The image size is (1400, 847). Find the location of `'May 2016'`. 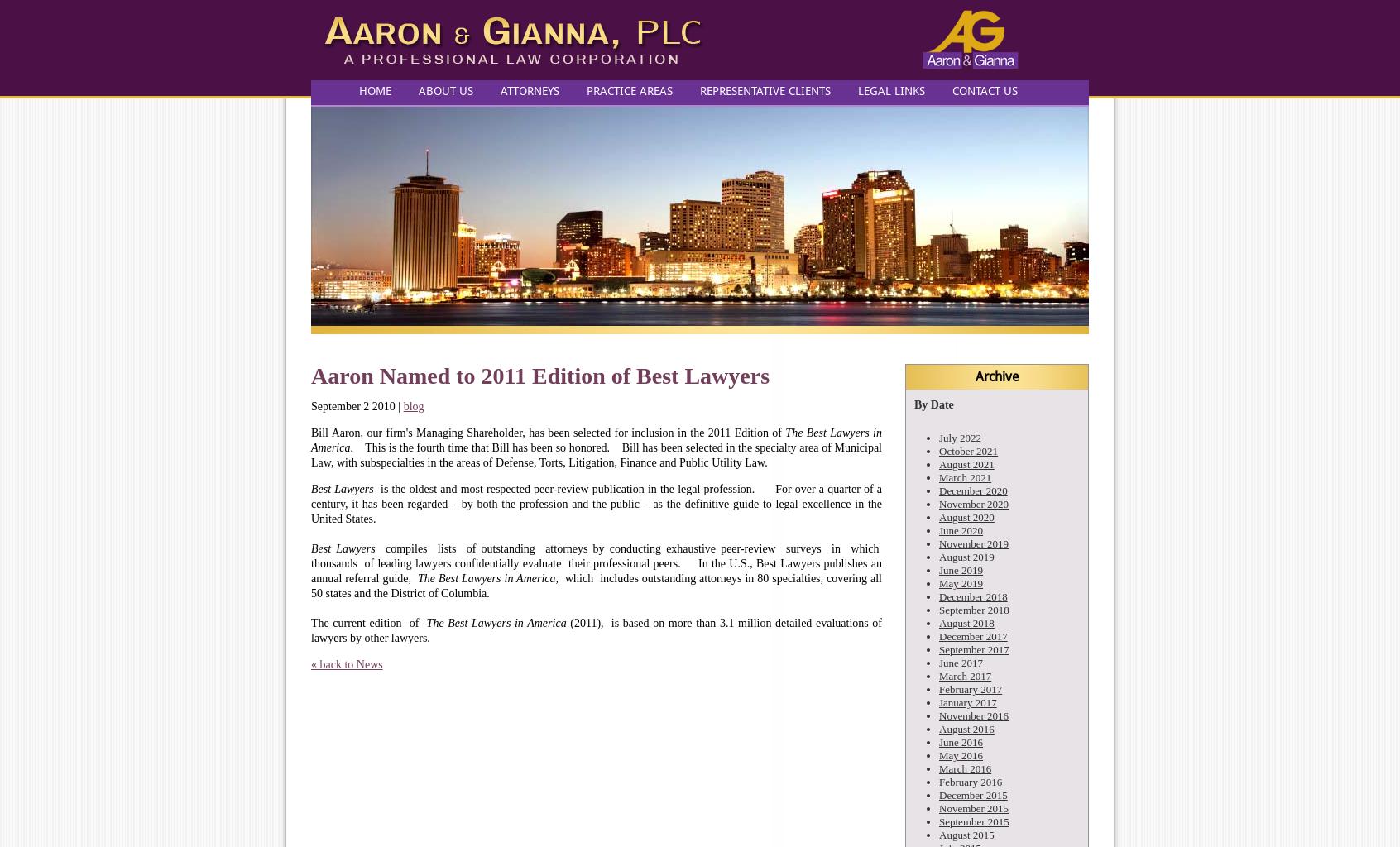

'May 2016' is located at coordinates (937, 754).